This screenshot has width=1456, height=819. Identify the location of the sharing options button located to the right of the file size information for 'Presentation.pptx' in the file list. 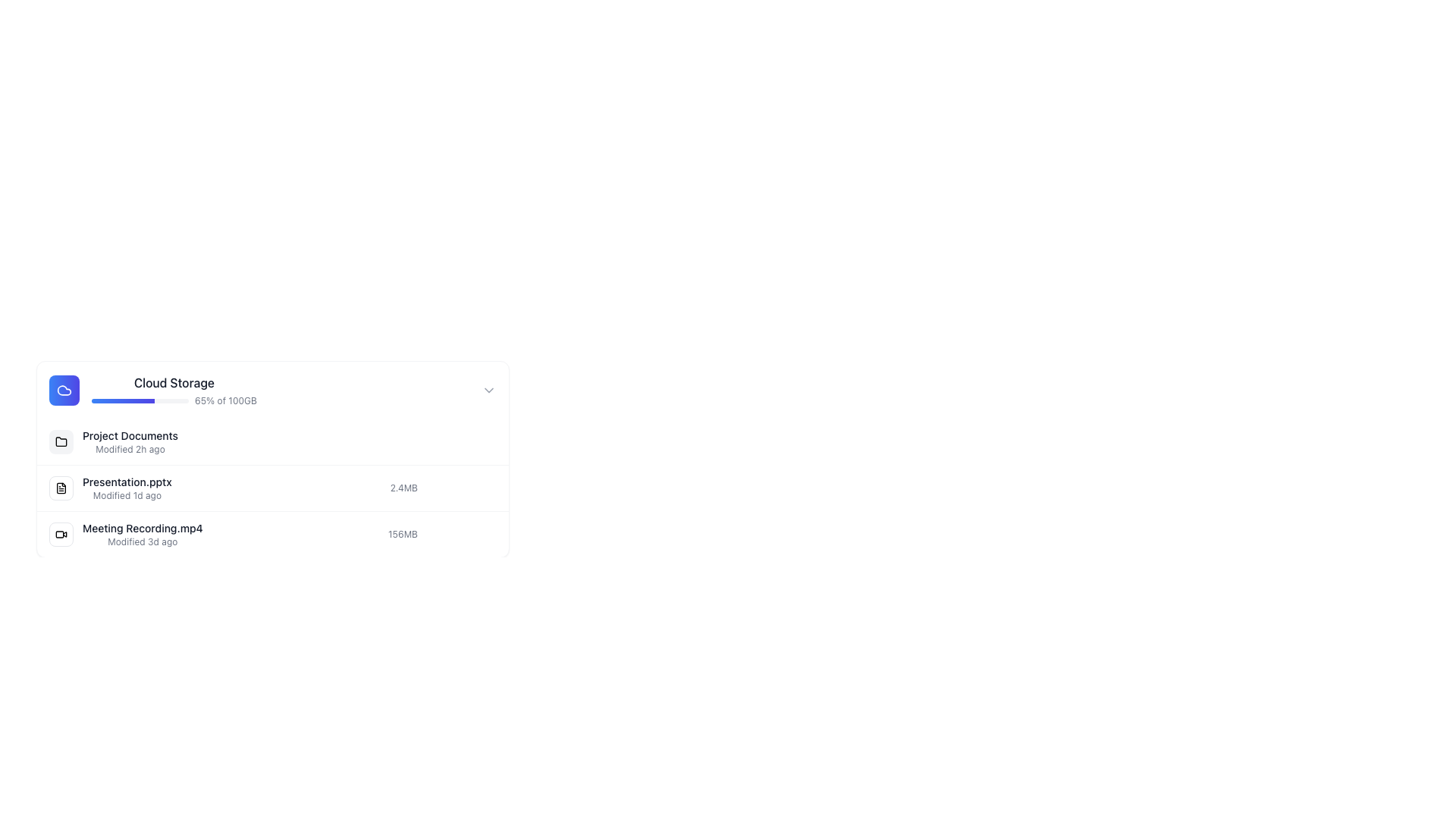
(462, 488).